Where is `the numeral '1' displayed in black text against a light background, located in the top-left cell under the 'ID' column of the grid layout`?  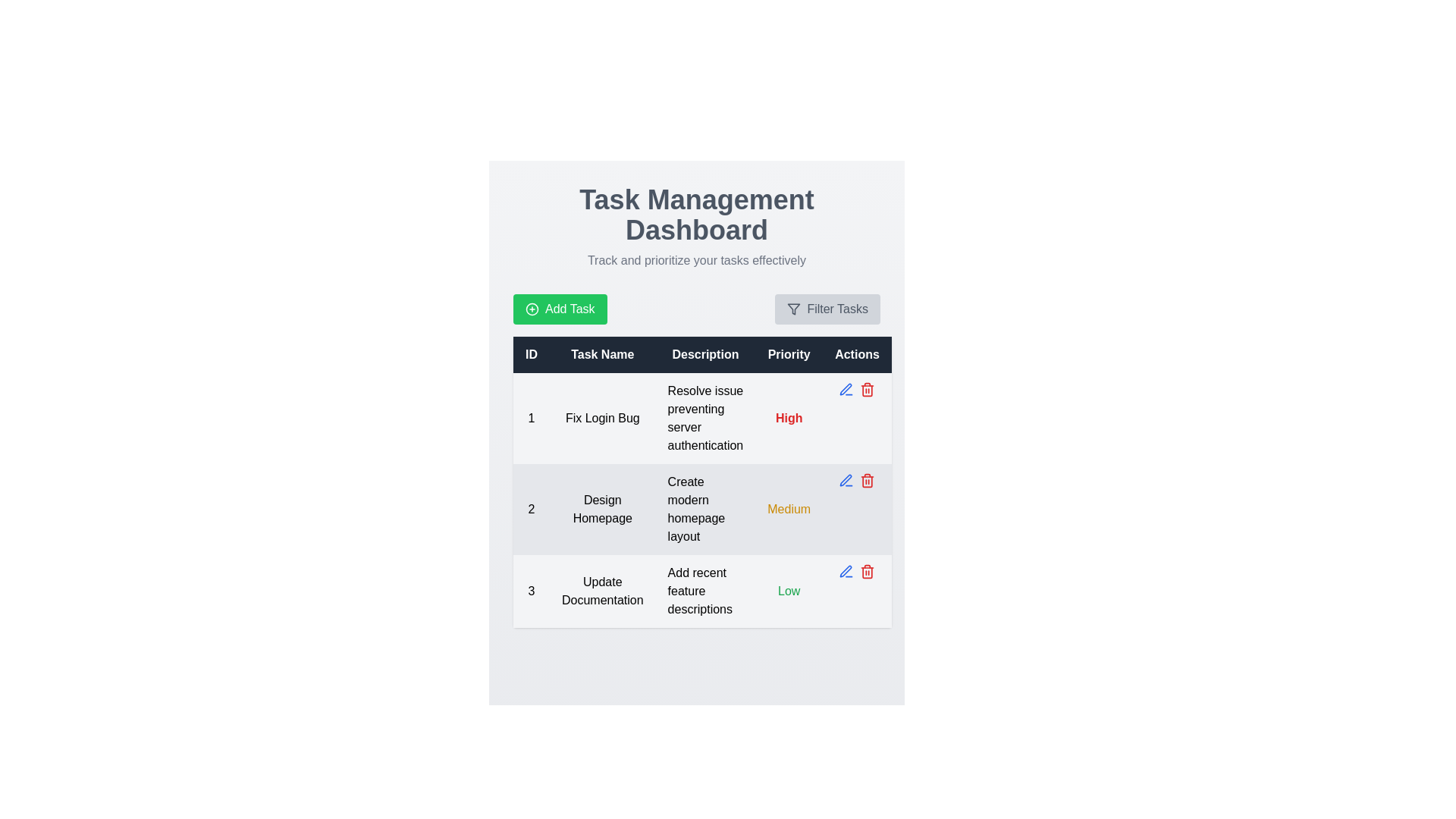 the numeral '1' displayed in black text against a light background, located in the top-left cell under the 'ID' column of the grid layout is located at coordinates (531, 418).